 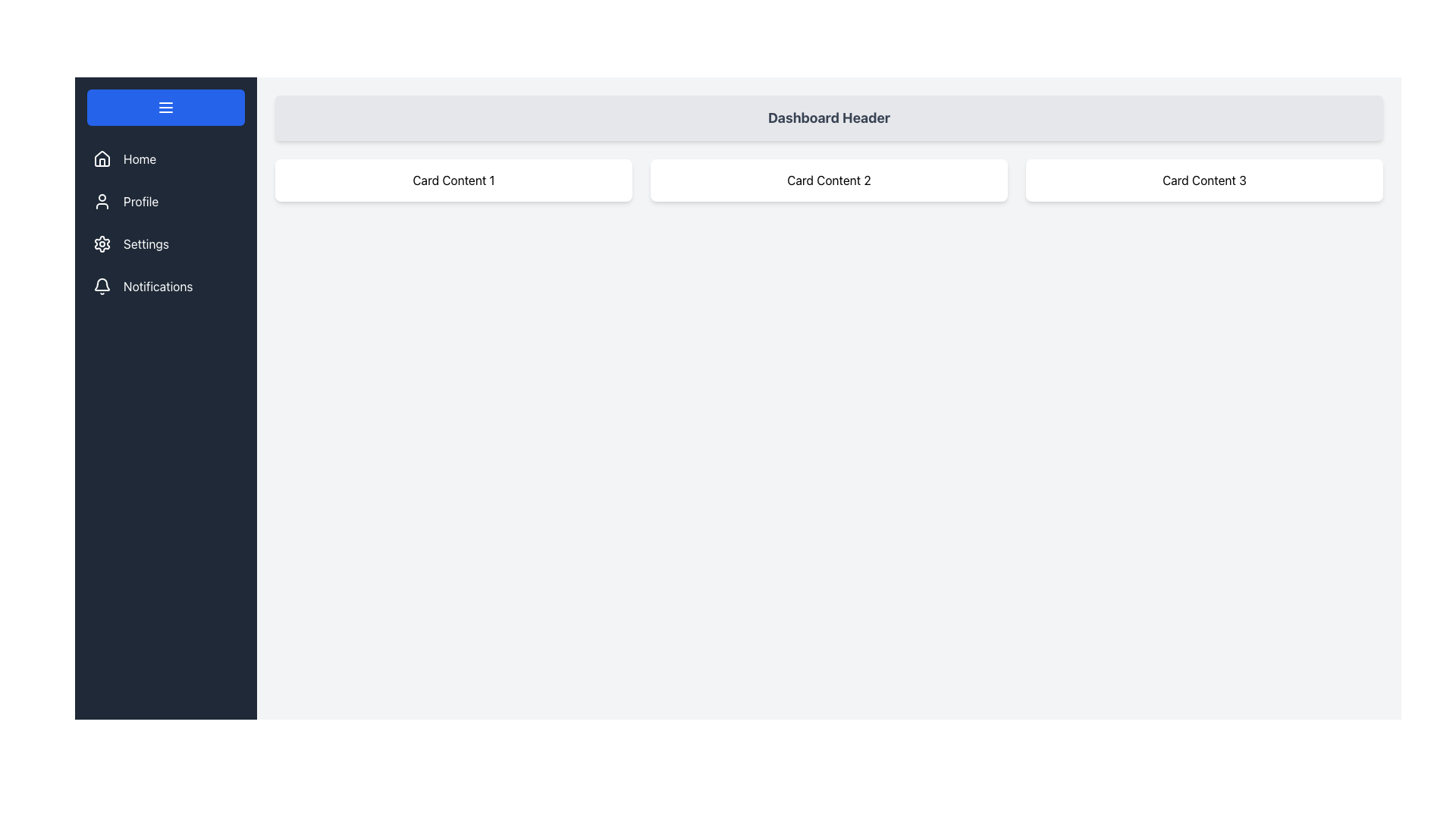 What do you see at coordinates (166, 107) in the screenshot?
I see `the rectangular blue button with a hamburger menu icon at the top of the vertical sidebar` at bounding box center [166, 107].